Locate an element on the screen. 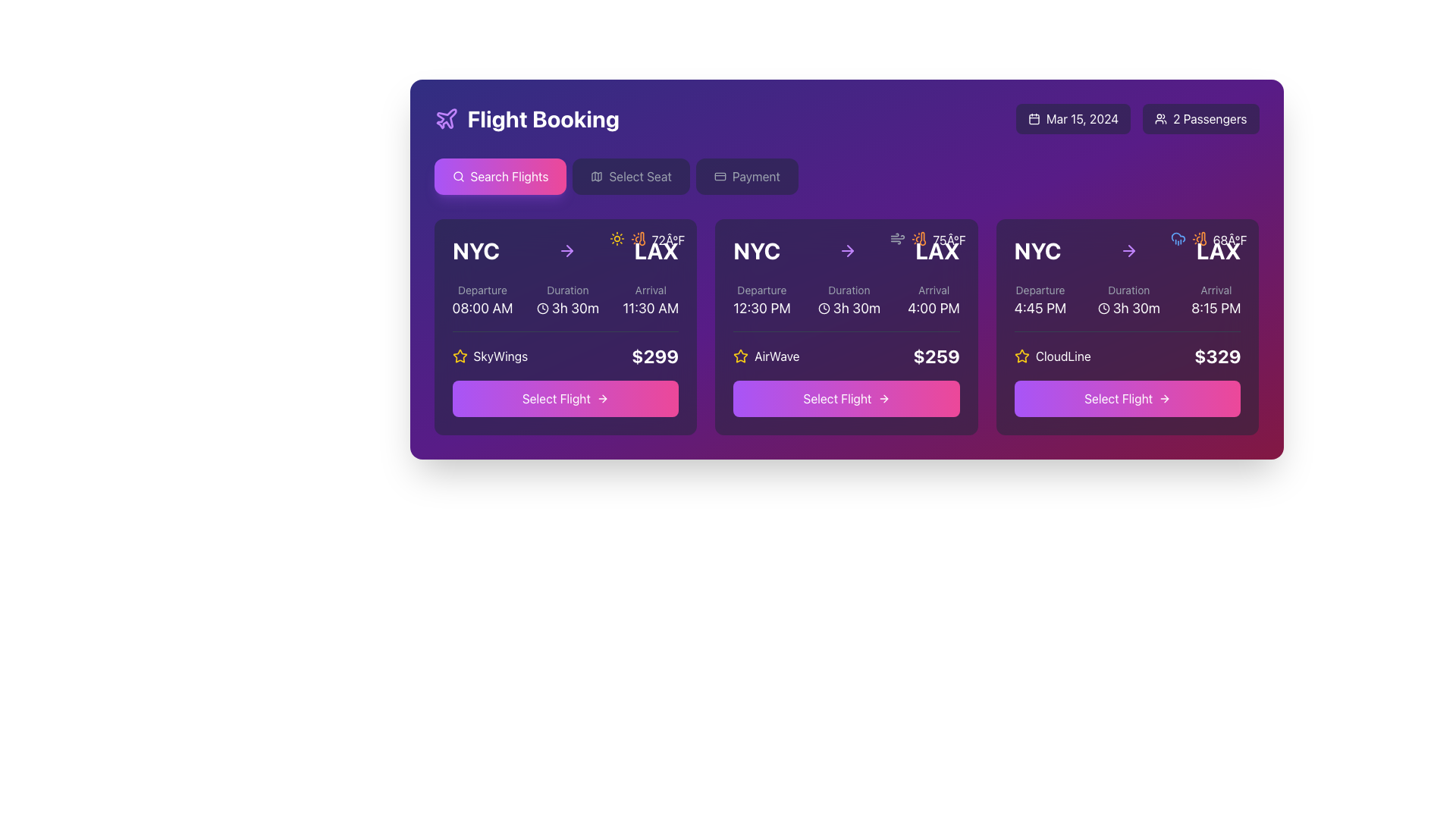 This screenshot has width=1456, height=819. the 'Arrival' text label, which displays '11:30 AM' in larger white font, located in the arrival section of the first flight itinerary card is located at coordinates (651, 301).